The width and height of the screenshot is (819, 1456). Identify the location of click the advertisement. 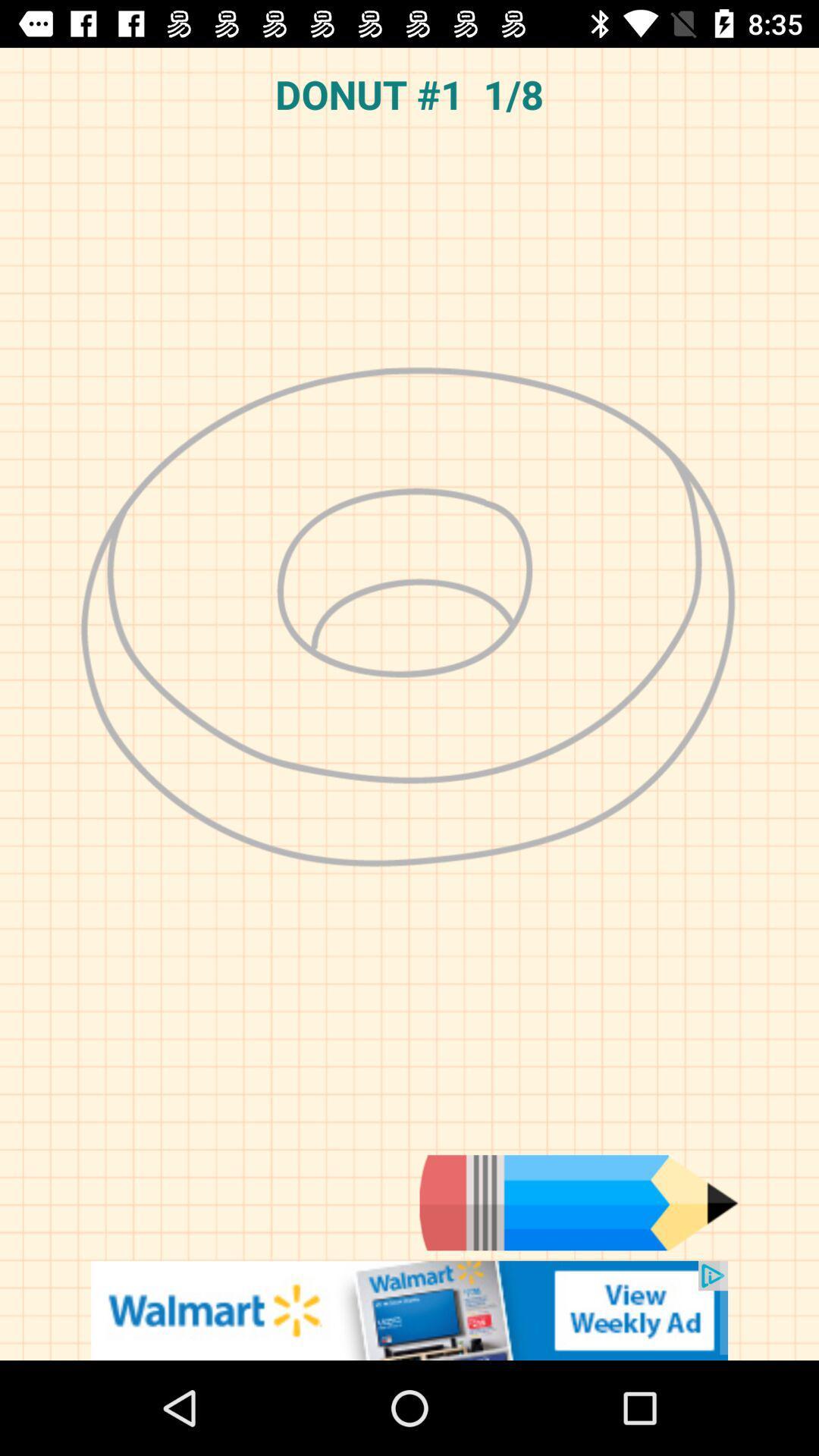
(409, 1310).